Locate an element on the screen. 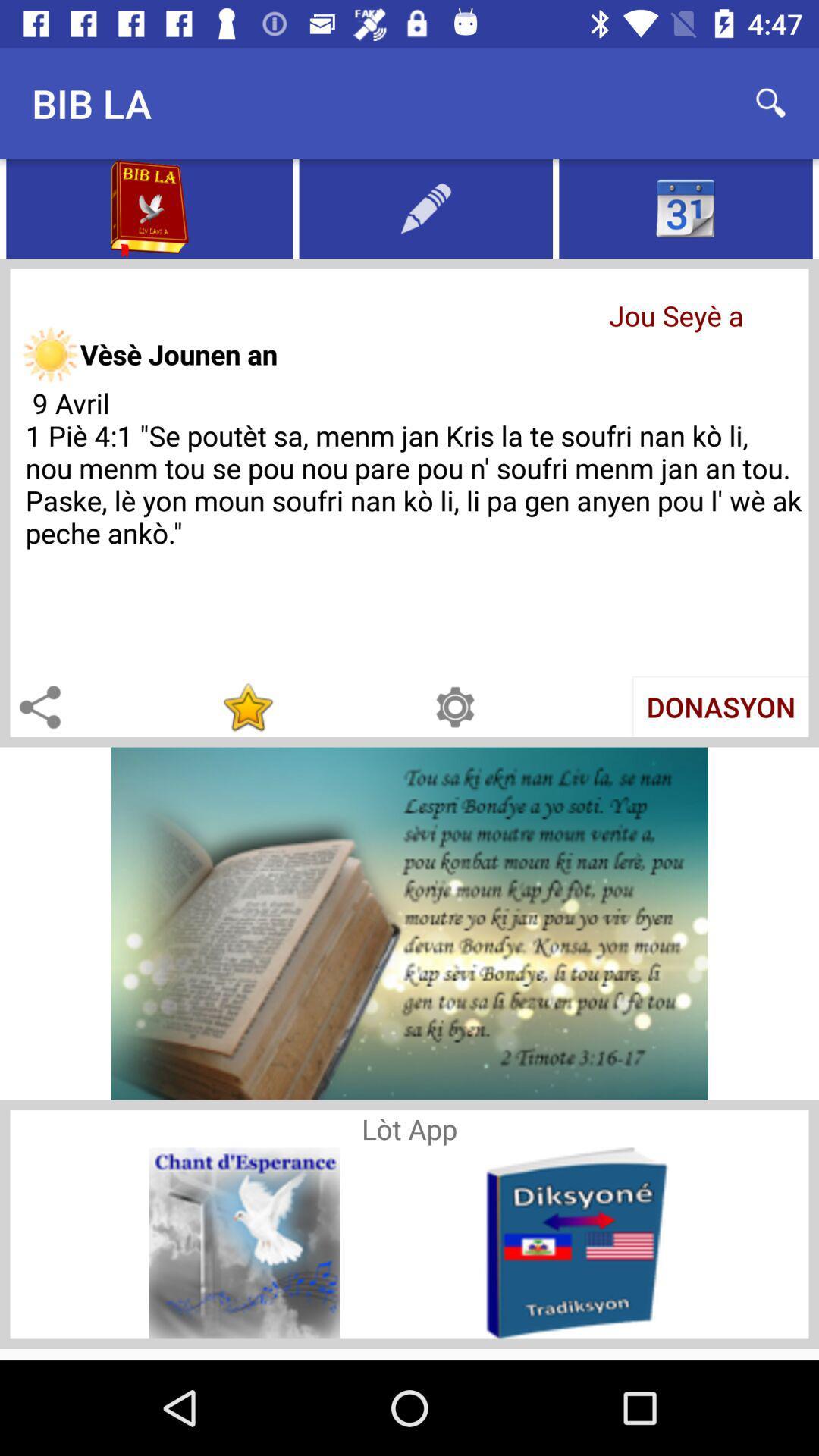 This screenshot has width=819, height=1456. the settings icon is located at coordinates (454, 706).